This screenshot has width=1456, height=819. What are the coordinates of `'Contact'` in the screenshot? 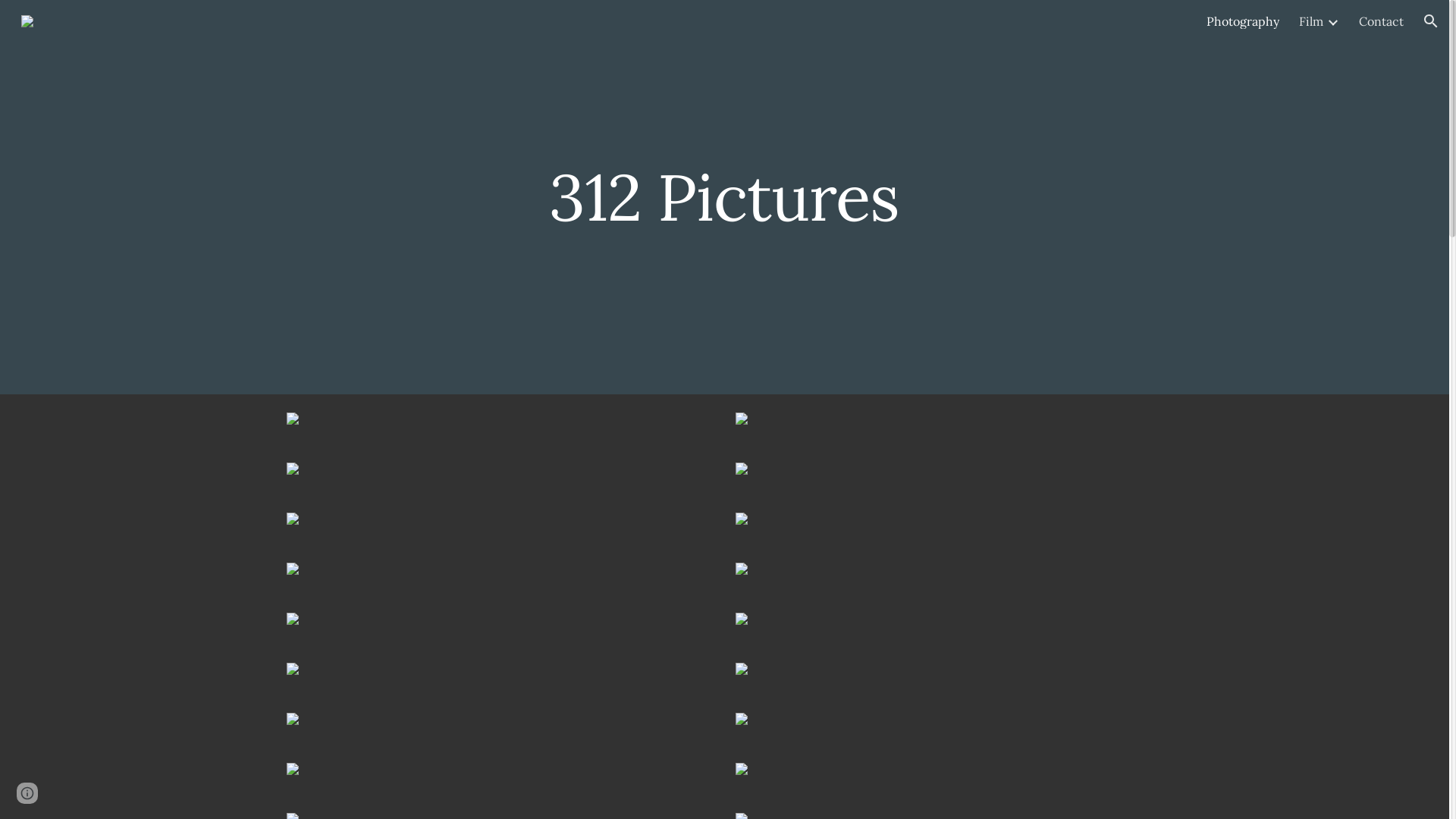 It's located at (1381, 20).